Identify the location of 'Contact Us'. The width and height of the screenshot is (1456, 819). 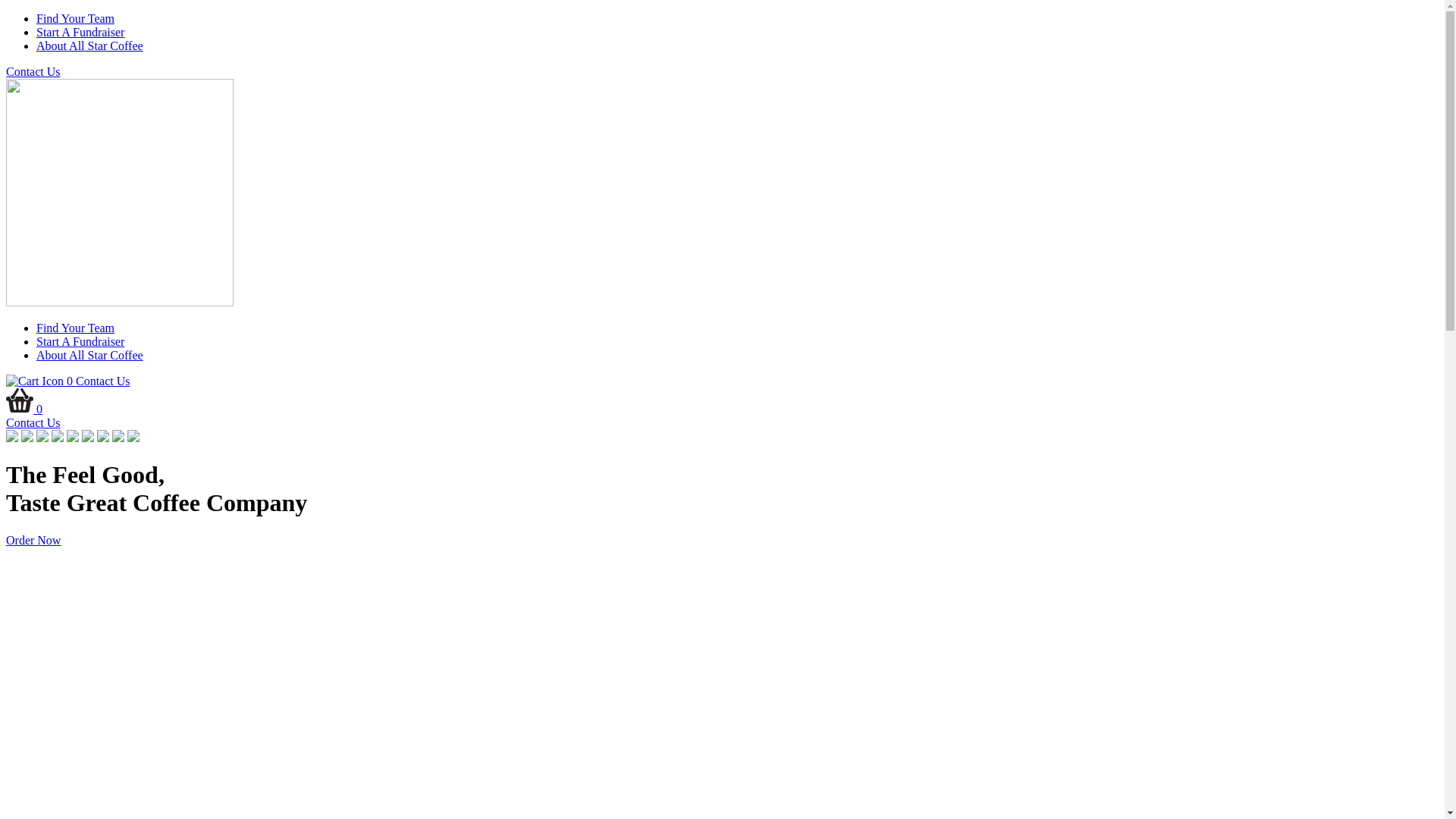
(6, 422).